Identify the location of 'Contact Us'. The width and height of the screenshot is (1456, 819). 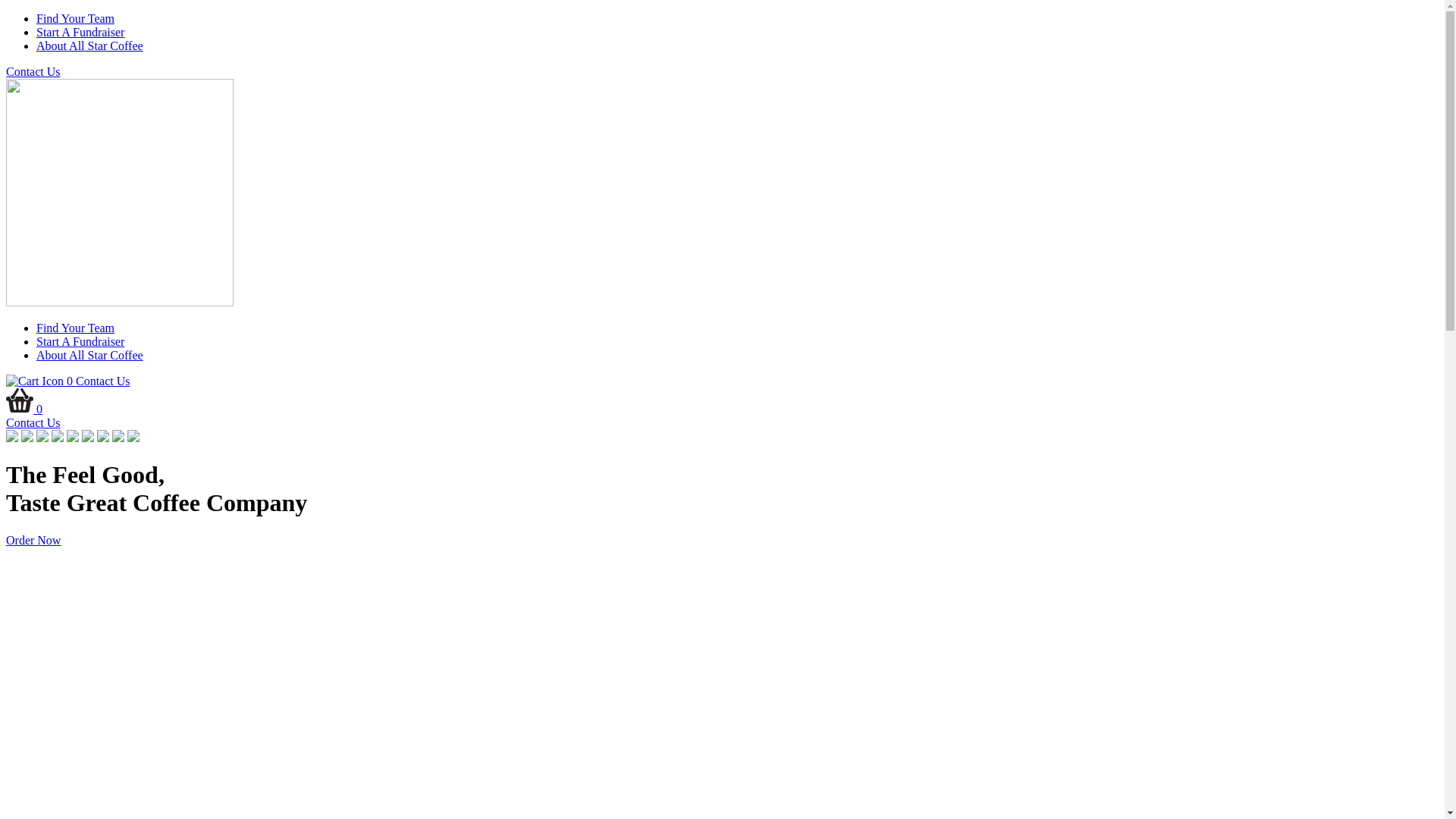
(6, 422).